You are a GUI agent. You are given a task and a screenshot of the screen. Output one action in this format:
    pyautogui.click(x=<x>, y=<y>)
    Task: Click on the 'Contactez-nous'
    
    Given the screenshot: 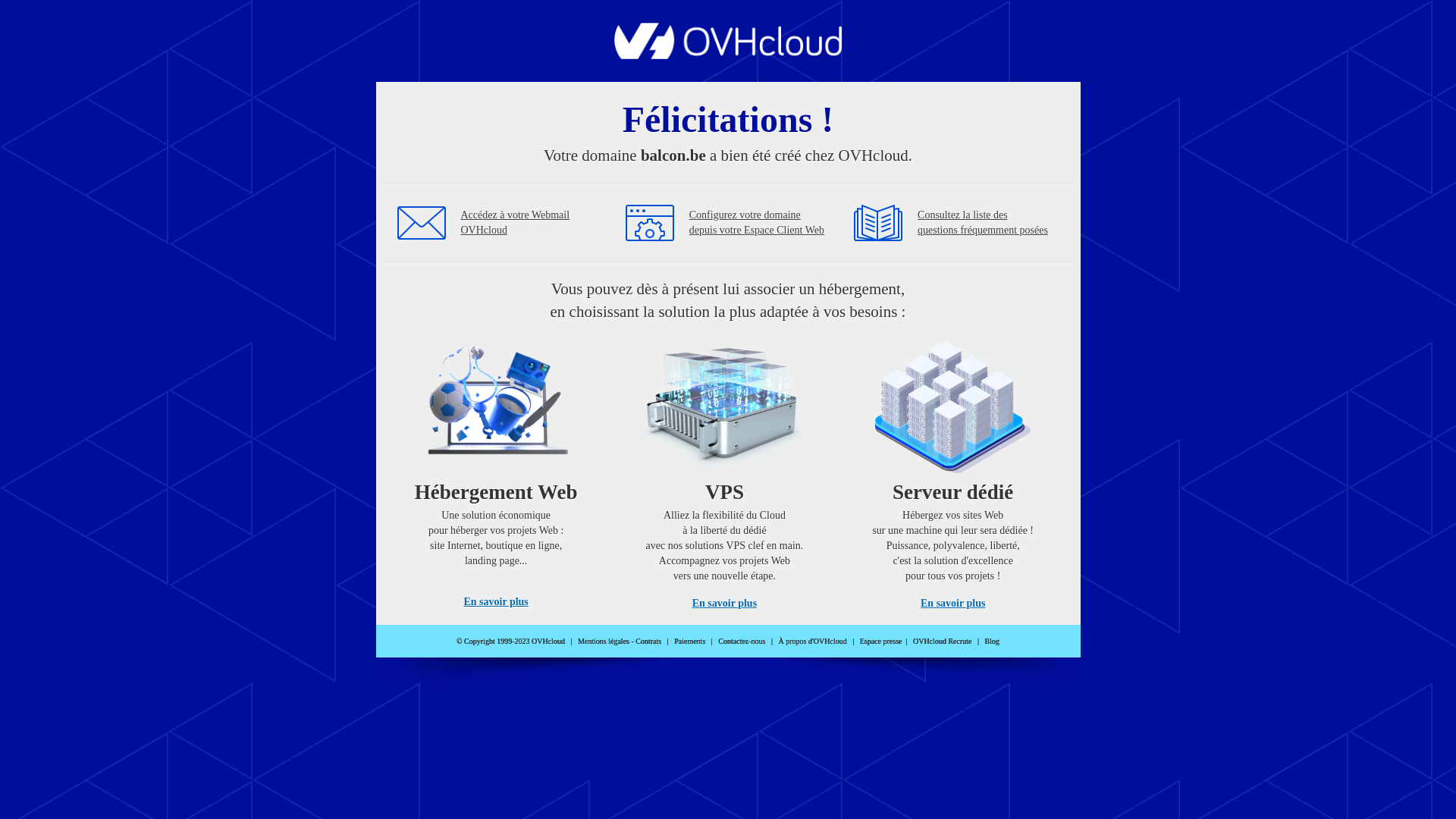 What is the action you would take?
    pyautogui.click(x=742, y=641)
    